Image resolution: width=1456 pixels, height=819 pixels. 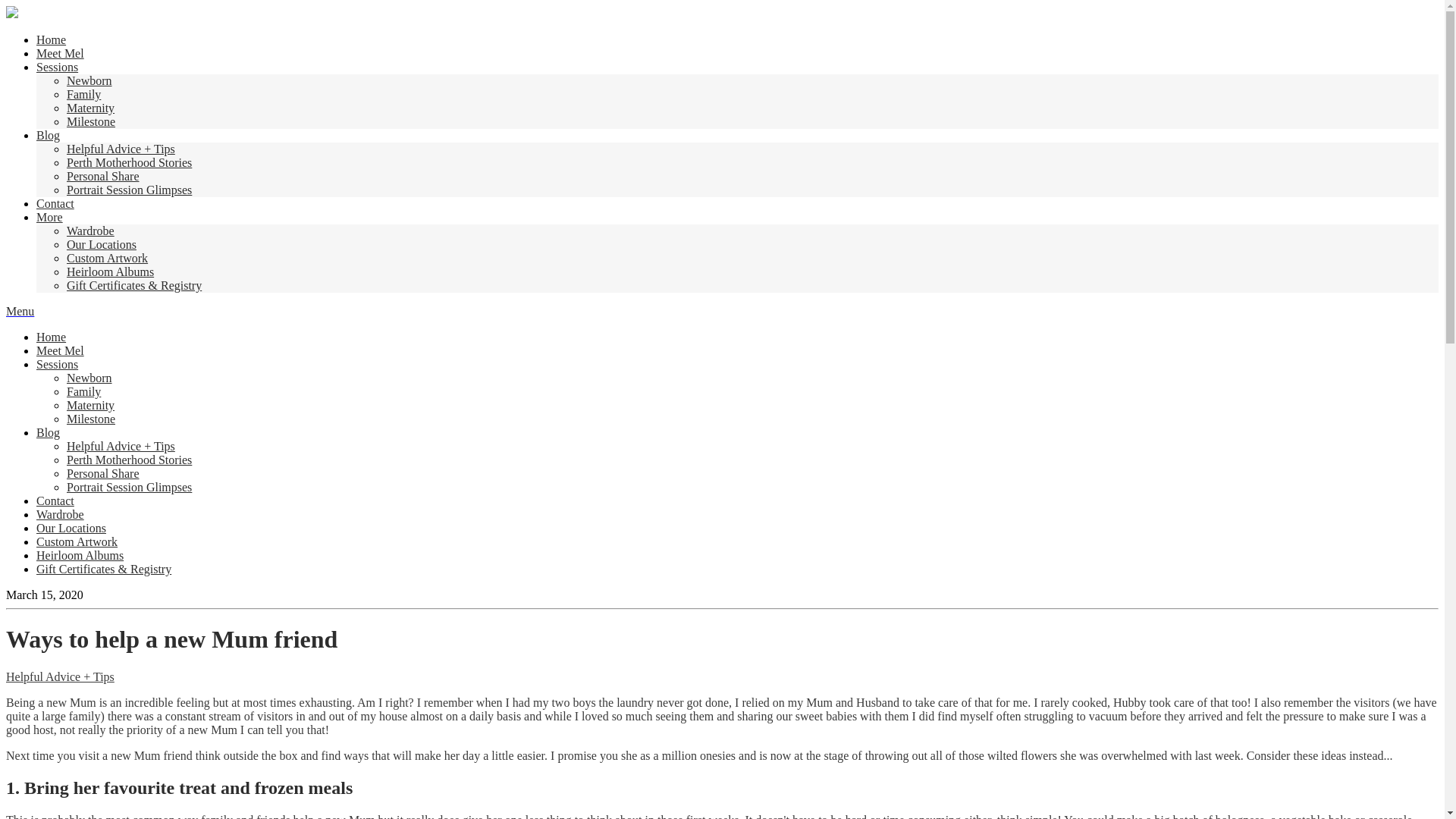 What do you see at coordinates (90, 419) in the screenshot?
I see `'Milestone'` at bounding box center [90, 419].